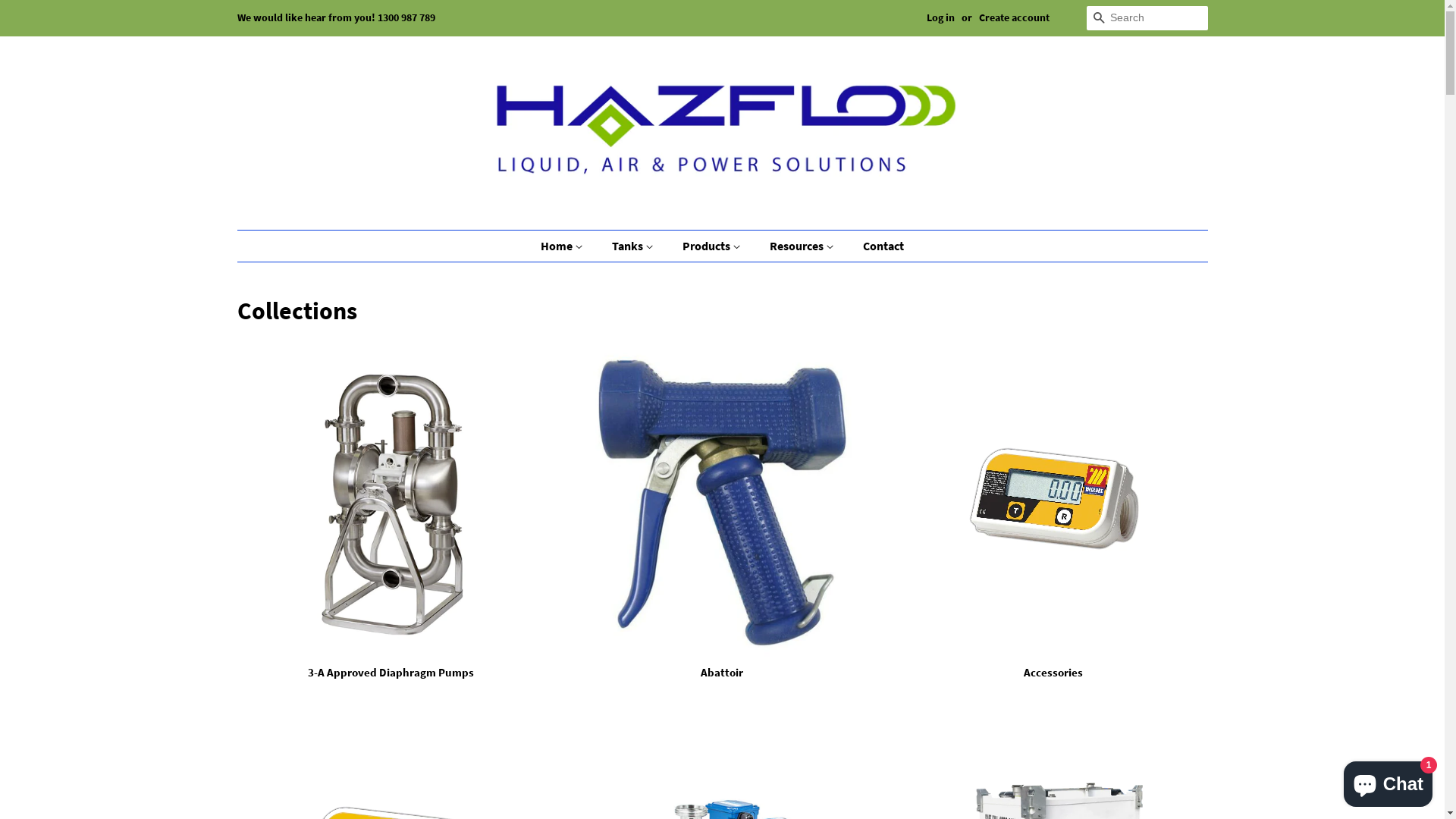  What do you see at coordinates (634, 245) in the screenshot?
I see `'Tanks'` at bounding box center [634, 245].